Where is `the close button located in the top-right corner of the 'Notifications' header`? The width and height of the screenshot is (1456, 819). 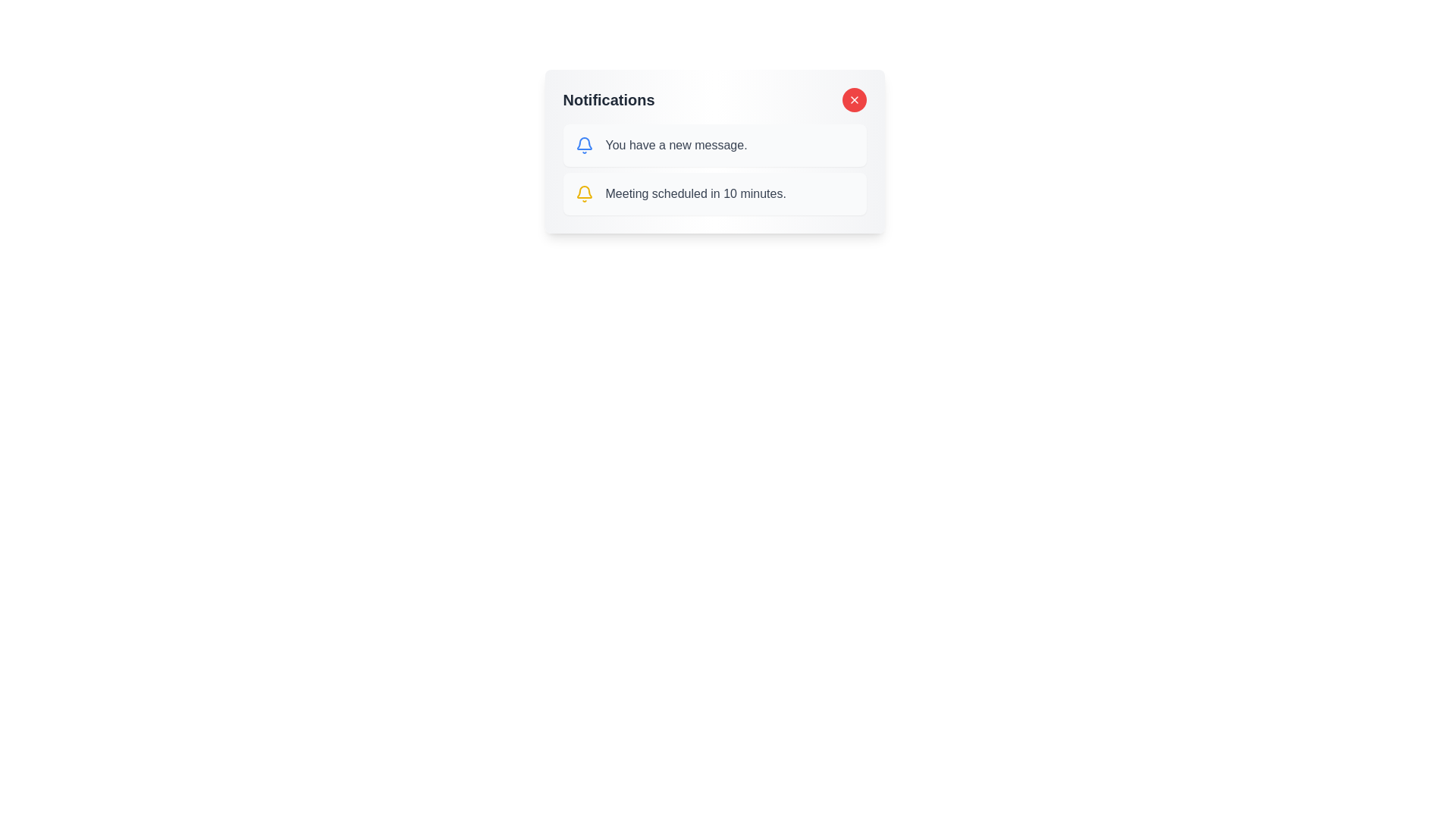
the close button located in the top-right corner of the 'Notifications' header is located at coordinates (854, 99).